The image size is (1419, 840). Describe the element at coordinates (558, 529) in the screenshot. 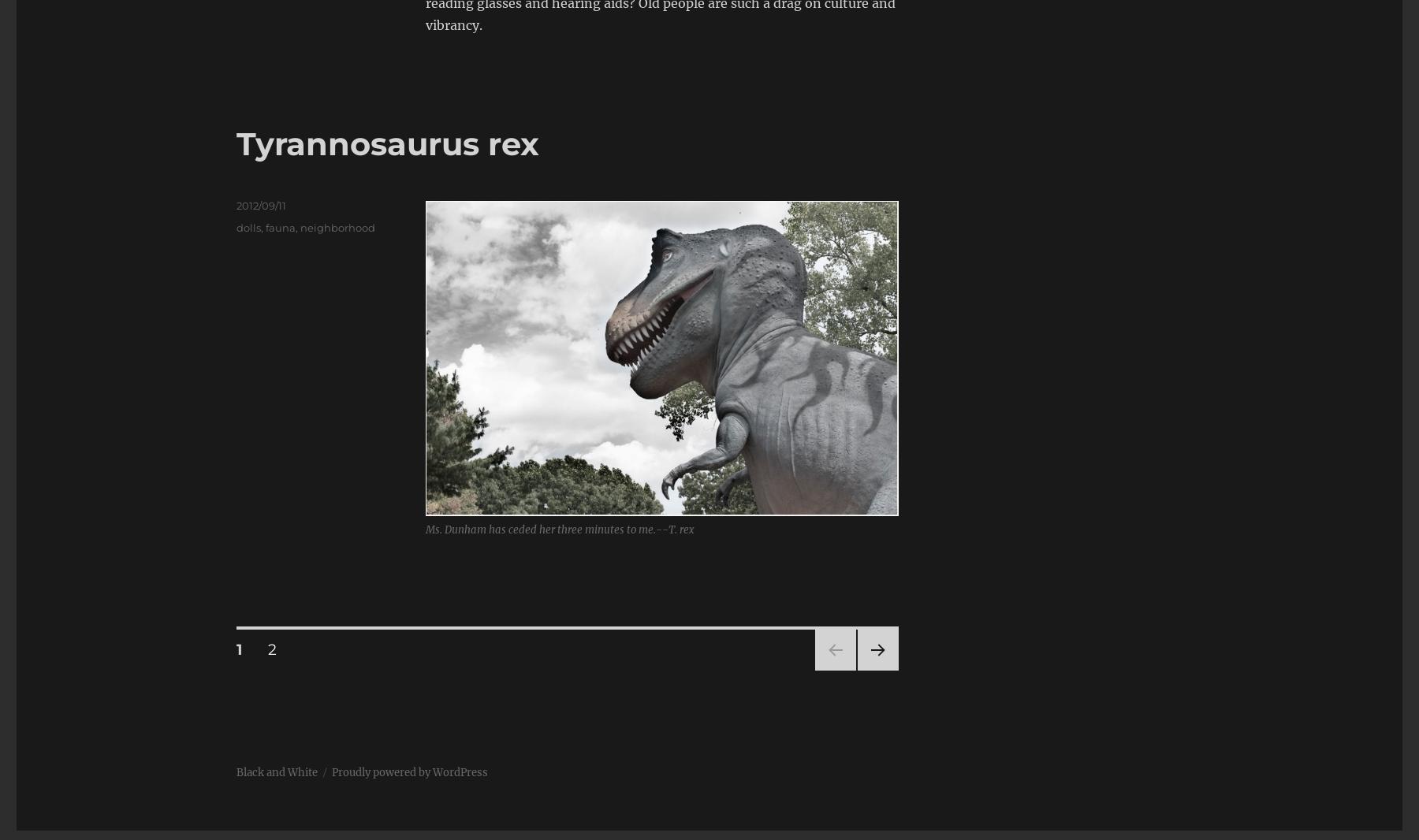

I see `'Ms. Dunham has ceded her three minutes to me.--T. rex'` at that location.